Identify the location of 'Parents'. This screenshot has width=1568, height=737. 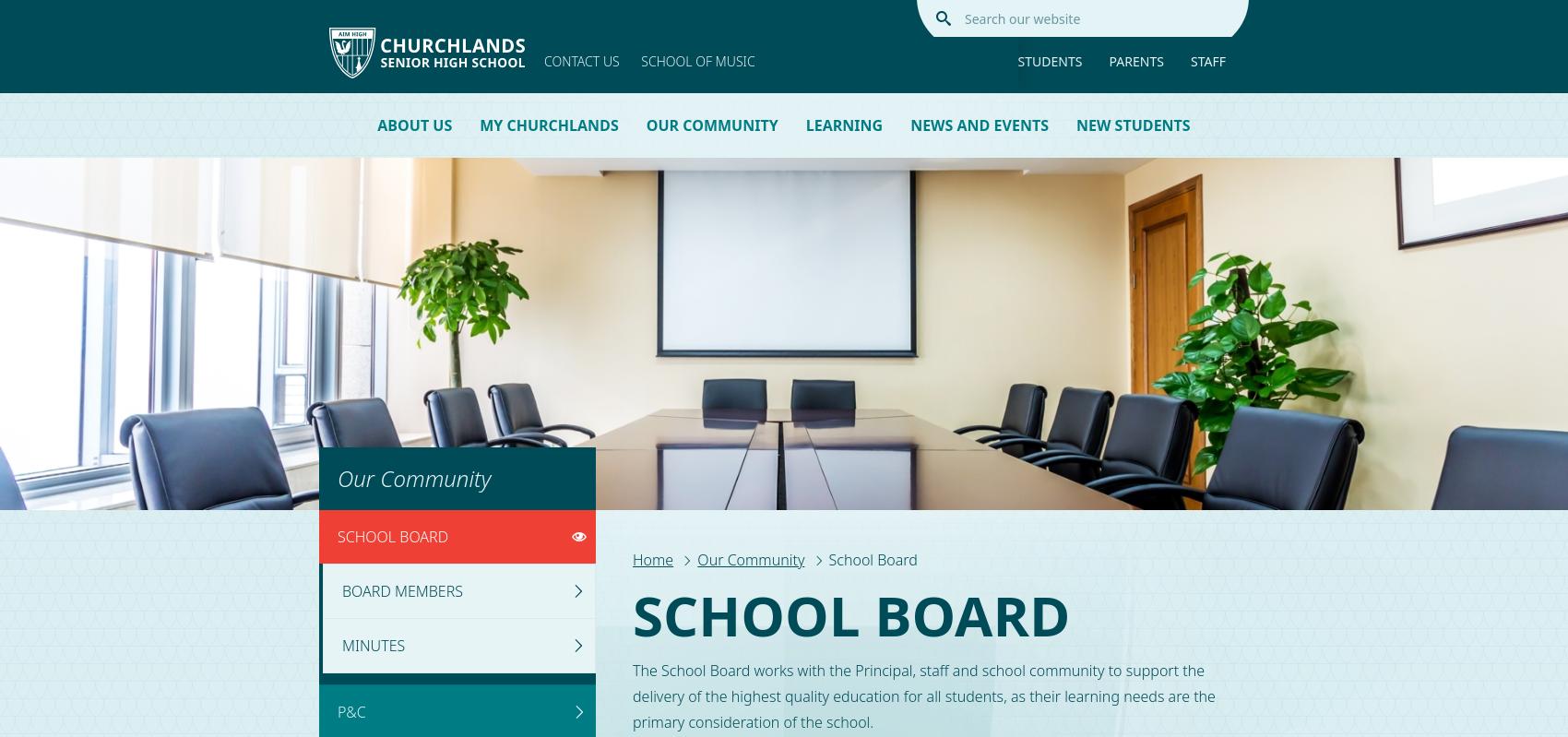
(1134, 61).